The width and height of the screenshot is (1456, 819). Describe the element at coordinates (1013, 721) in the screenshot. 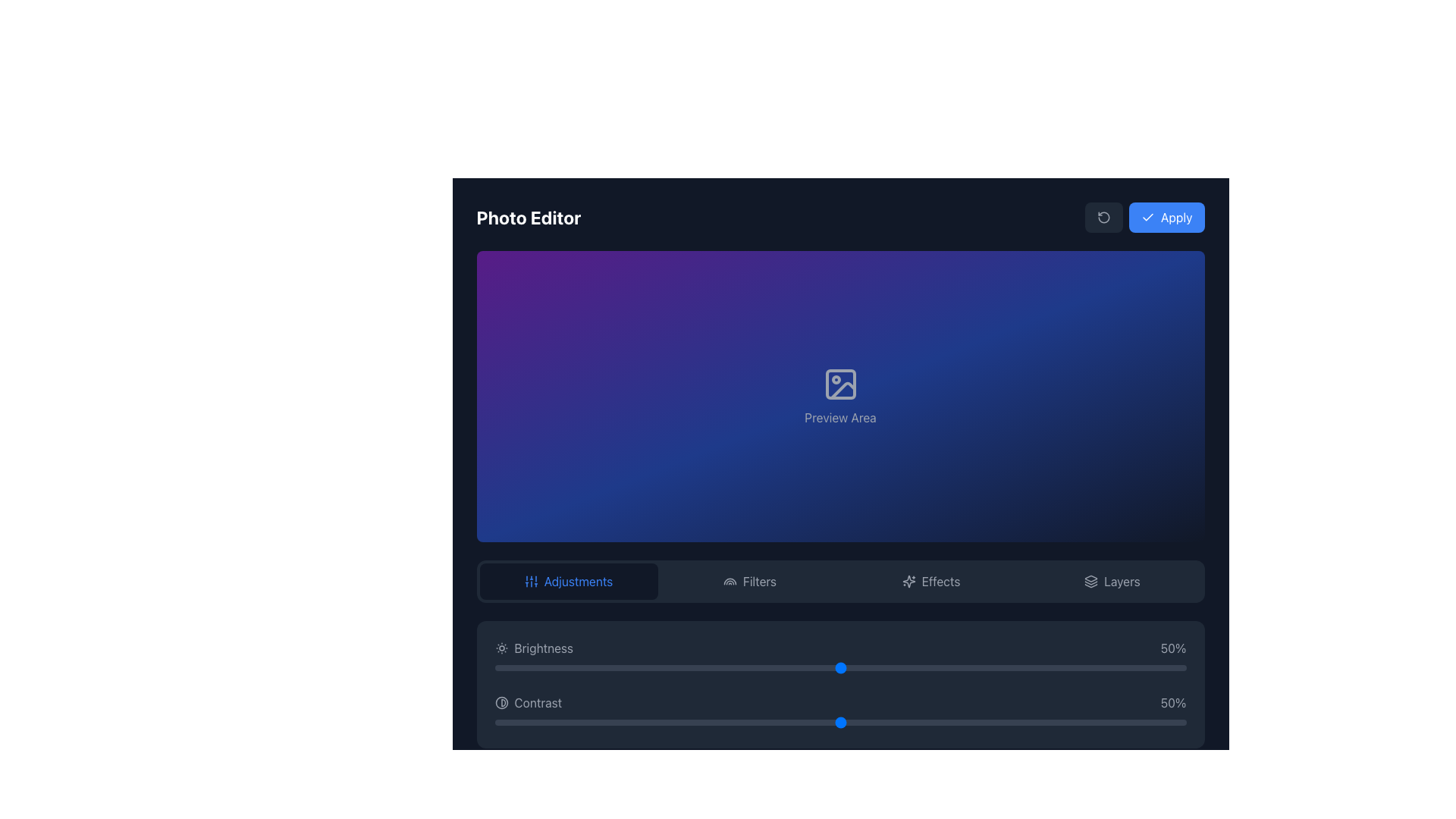

I see `the contrast` at that location.